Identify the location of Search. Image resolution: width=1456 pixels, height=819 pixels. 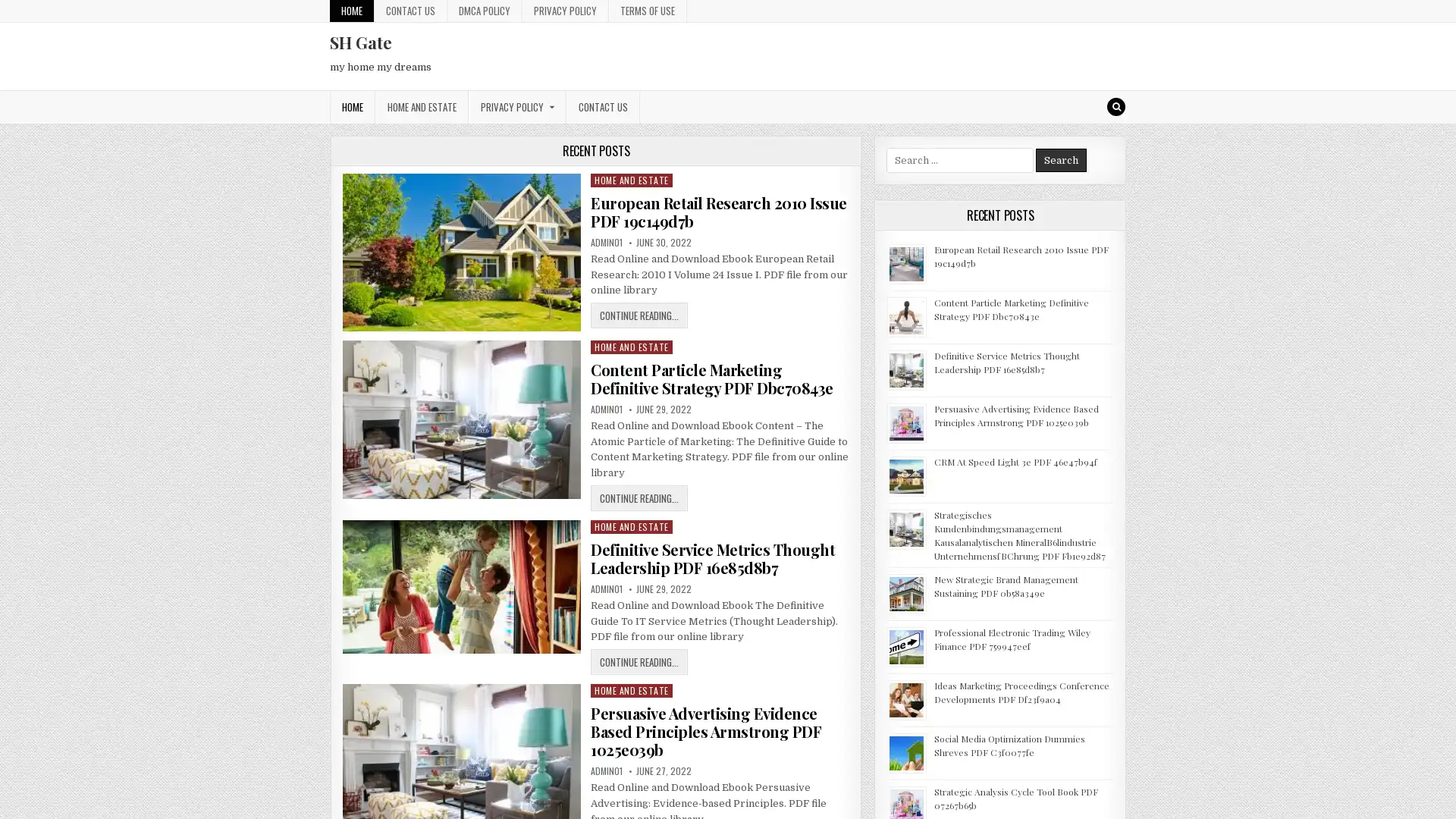
(1060, 160).